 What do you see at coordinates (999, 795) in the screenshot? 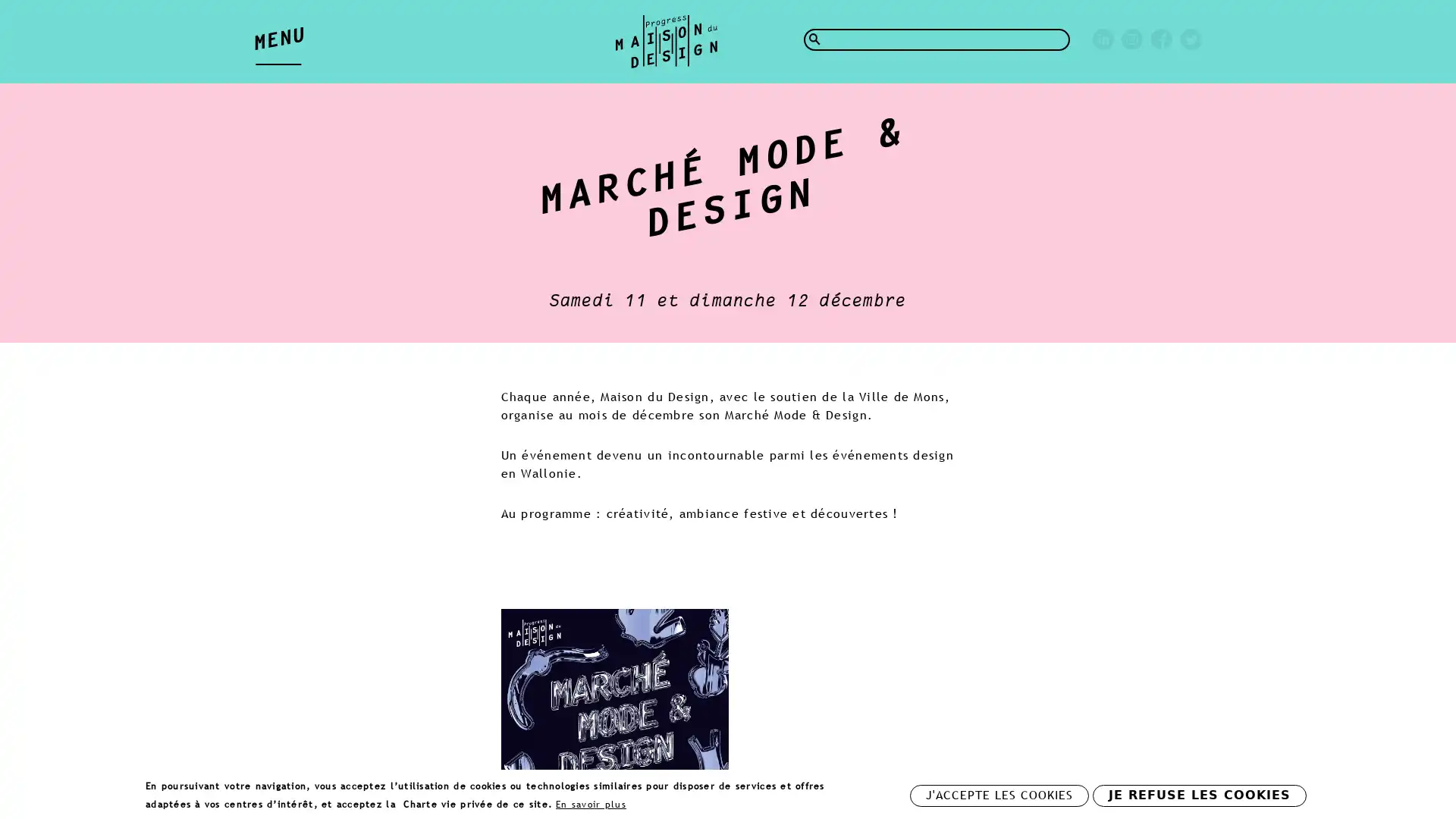
I see `J'ACCEPTE LES COOKIES` at bounding box center [999, 795].